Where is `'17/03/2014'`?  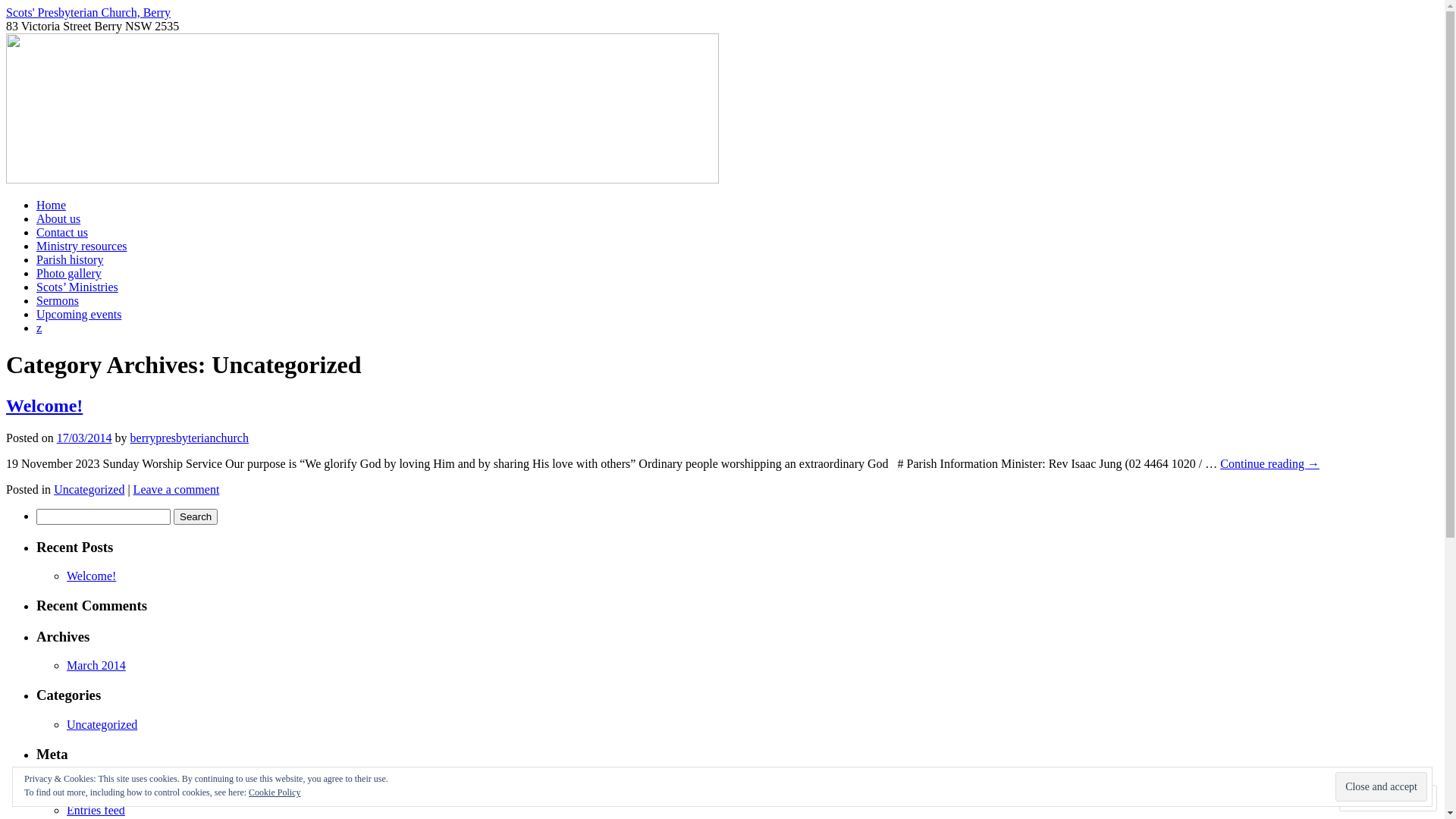
'17/03/2014' is located at coordinates (83, 438).